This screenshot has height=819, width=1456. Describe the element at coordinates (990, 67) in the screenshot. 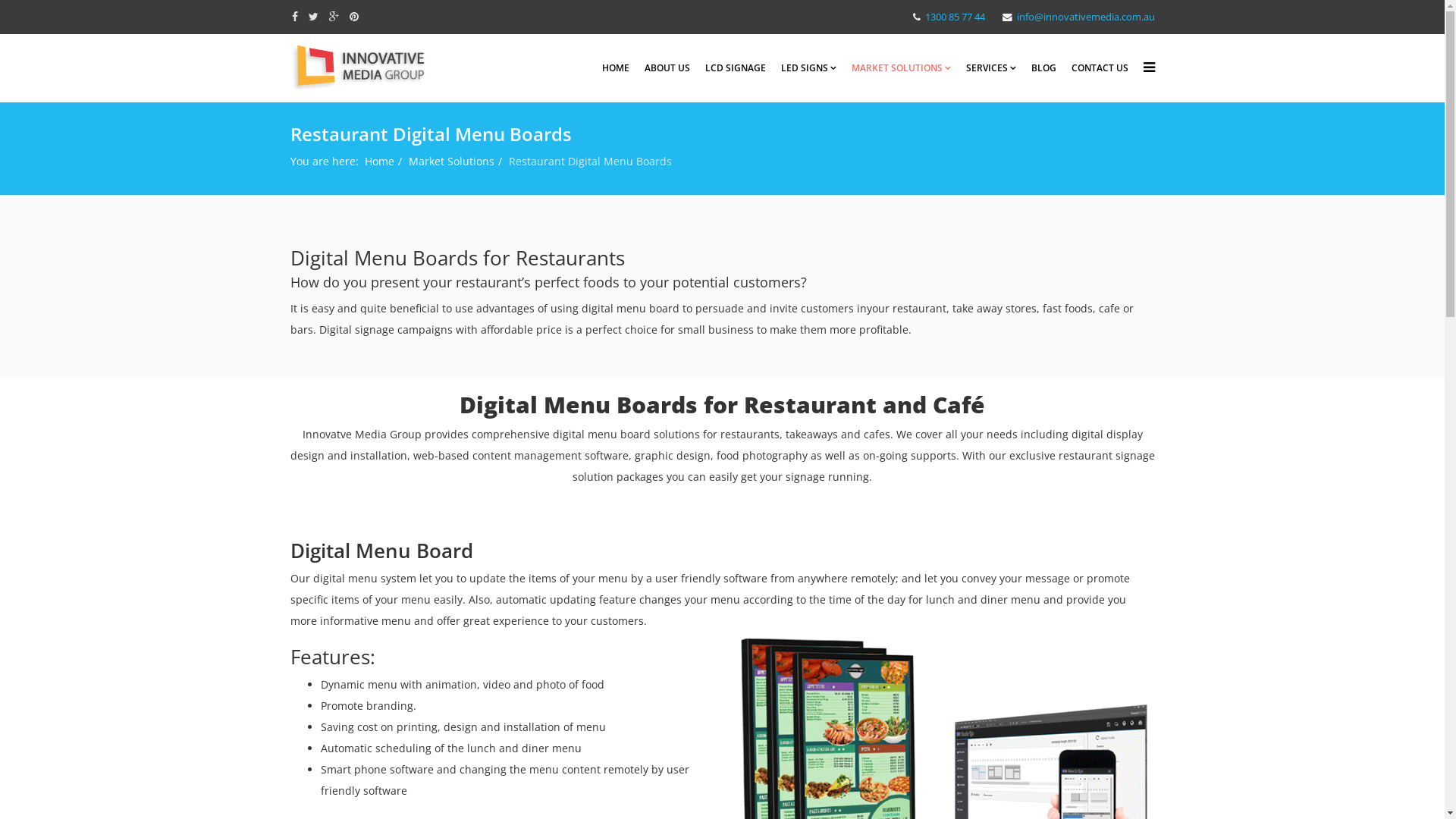

I see `'SERVICES'` at that location.